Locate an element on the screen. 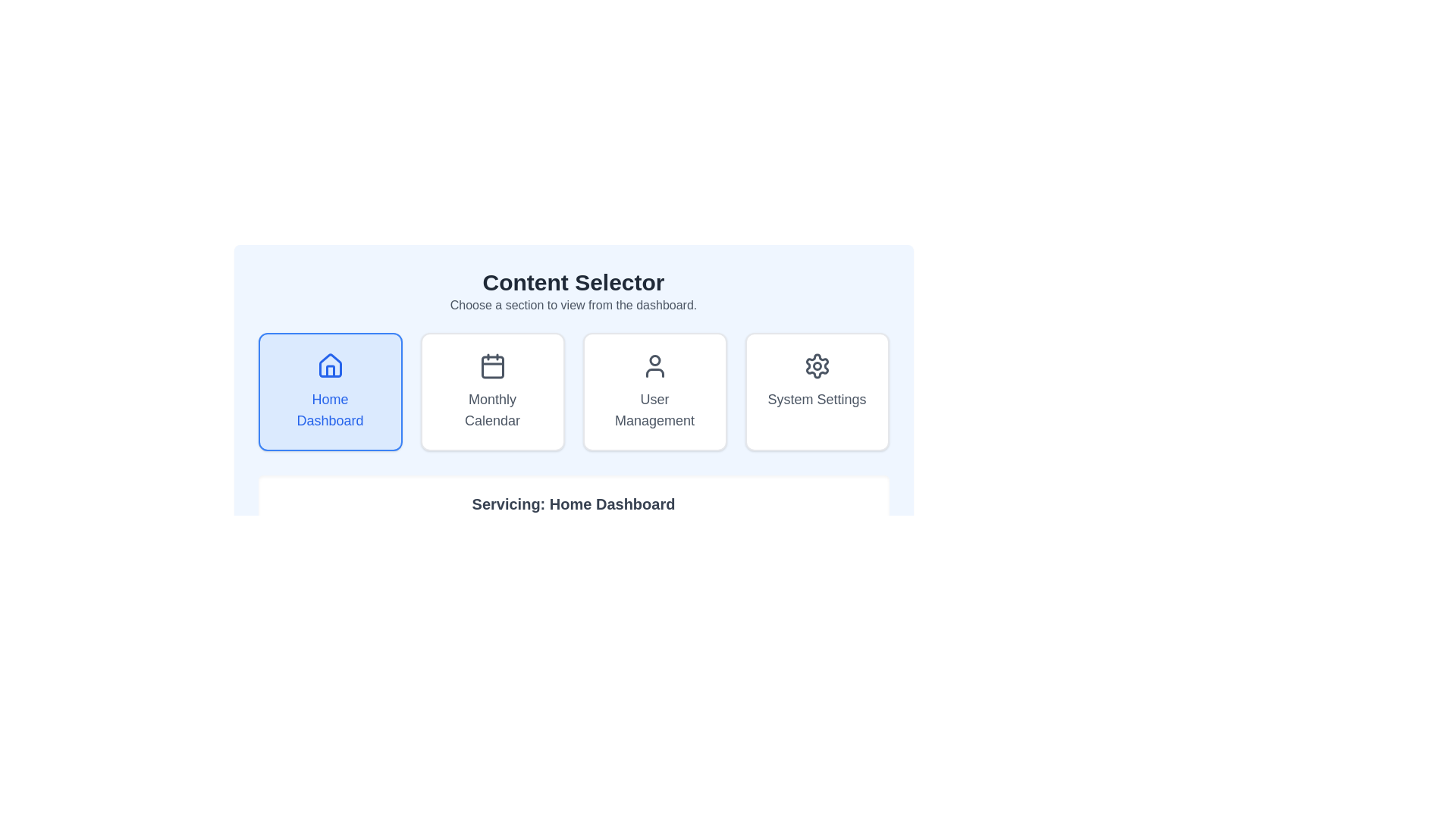  text label 'User Management' which is centrally located within the third card from the left in a horizontal layout of four cards, featuring a dark gray font on a white background is located at coordinates (654, 409).